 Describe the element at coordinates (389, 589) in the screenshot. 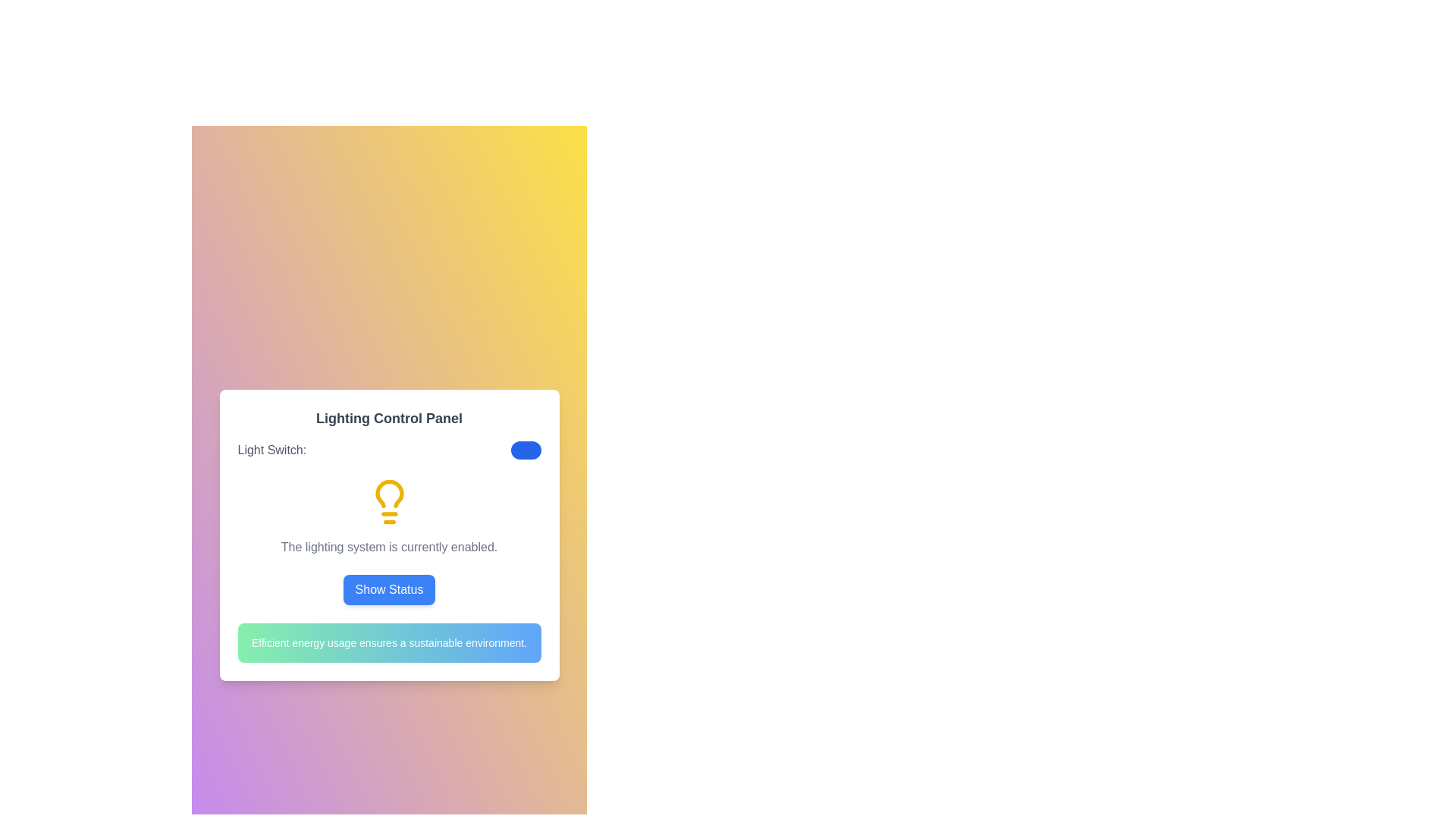

I see `the blue 'Show Status' button located at the bottom center of the 'Lighting Control Panel' section` at that location.